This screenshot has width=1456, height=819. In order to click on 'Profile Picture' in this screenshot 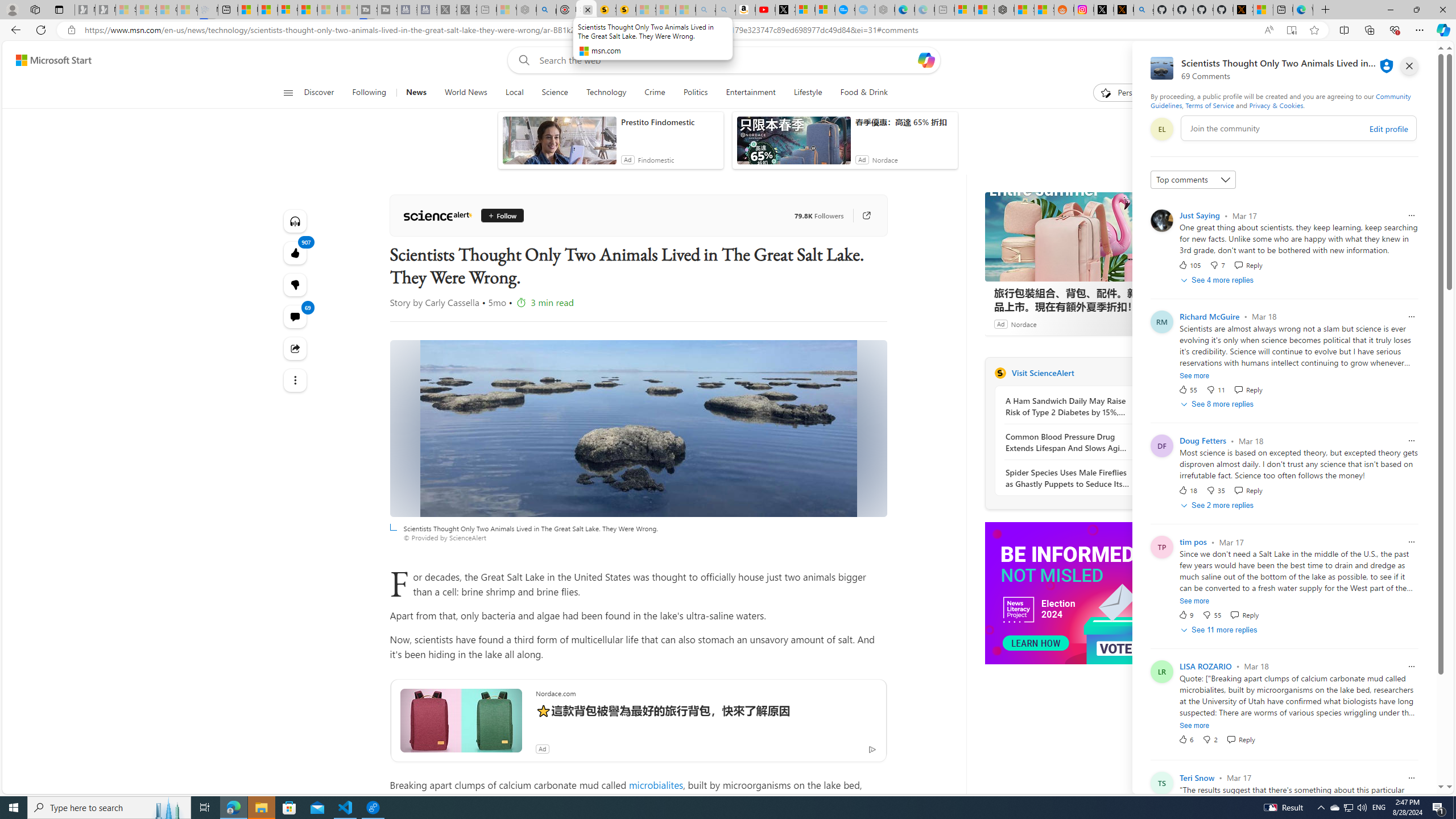, I will do `click(1161, 782)`.